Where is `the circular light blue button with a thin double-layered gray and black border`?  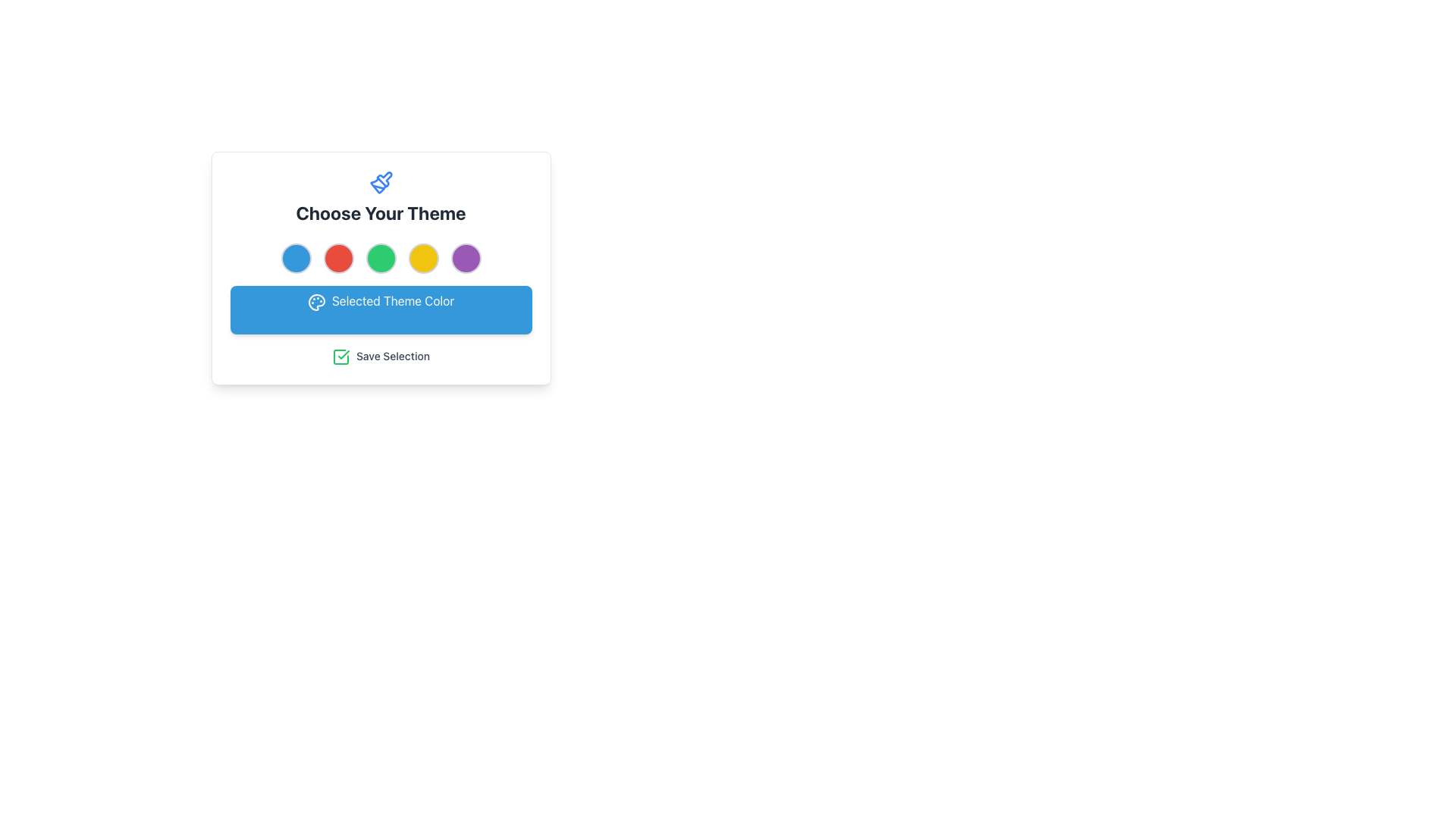
the circular light blue button with a thin double-layered gray and black border is located at coordinates (296, 257).